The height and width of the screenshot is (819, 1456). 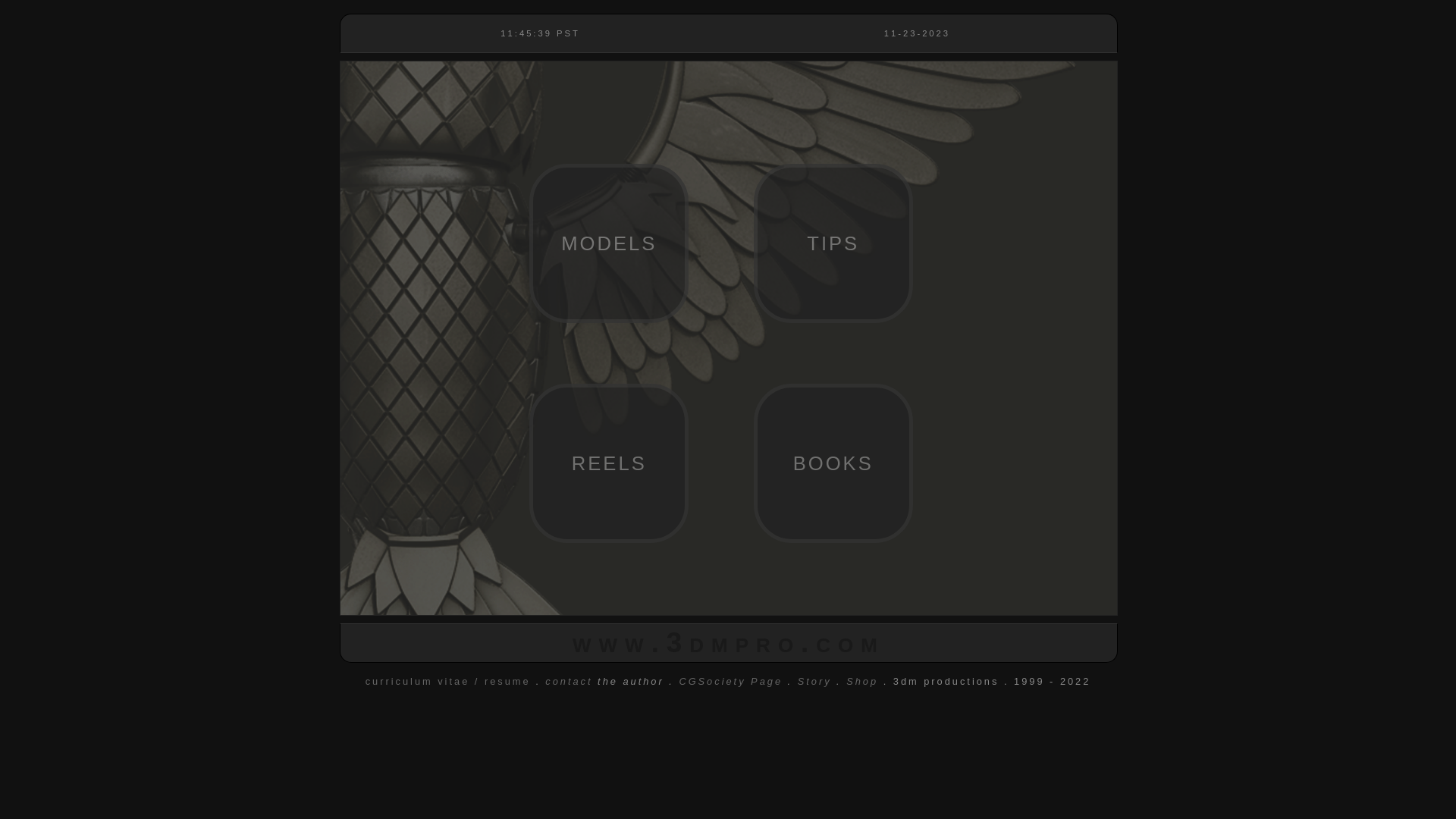 I want to click on 'CGSociety Page', so click(x=730, y=680).